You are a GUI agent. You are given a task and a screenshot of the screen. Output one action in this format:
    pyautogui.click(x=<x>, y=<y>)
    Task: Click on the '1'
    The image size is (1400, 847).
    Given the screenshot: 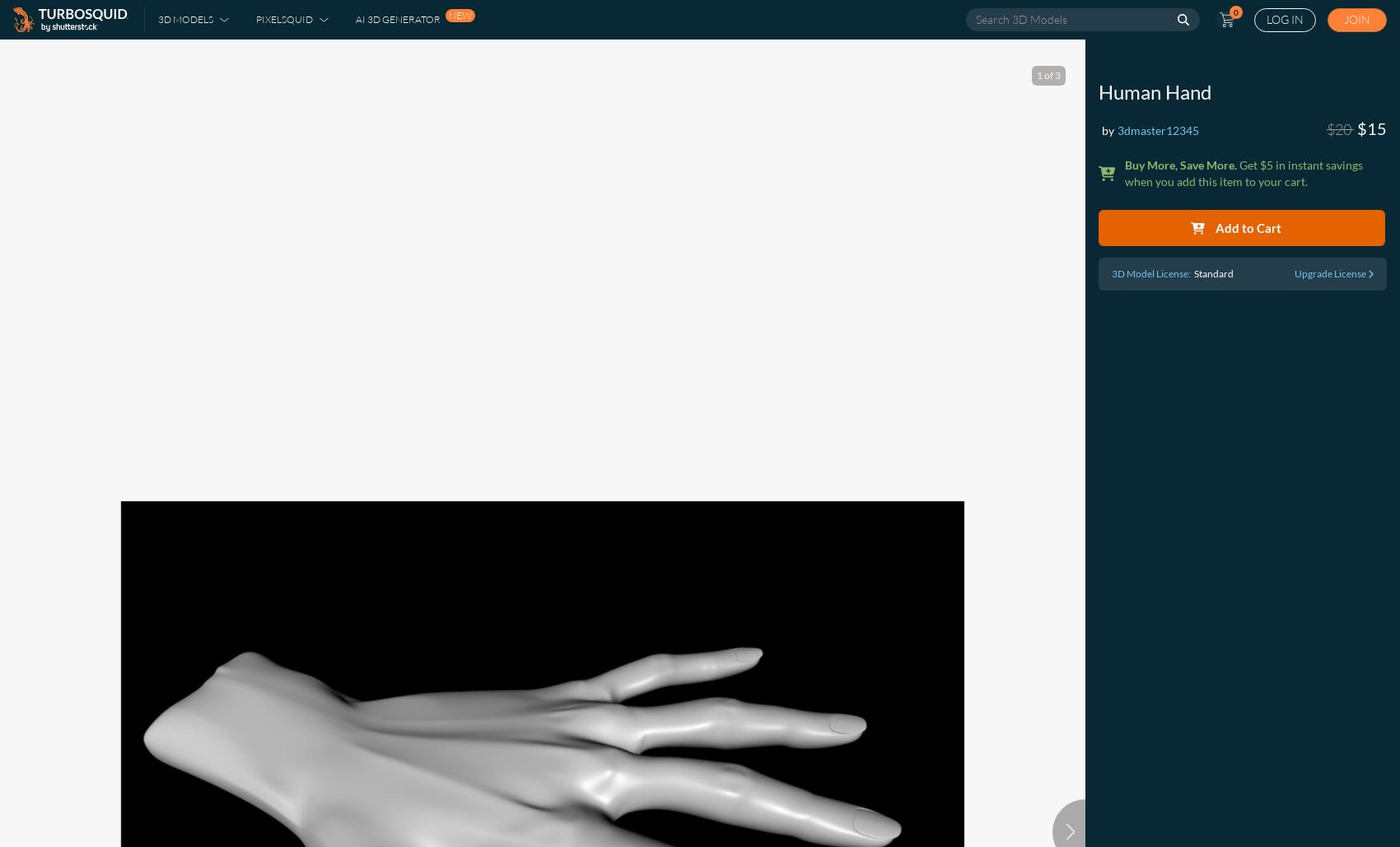 What is the action you would take?
    pyautogui.click(x=1038, y=74)
    